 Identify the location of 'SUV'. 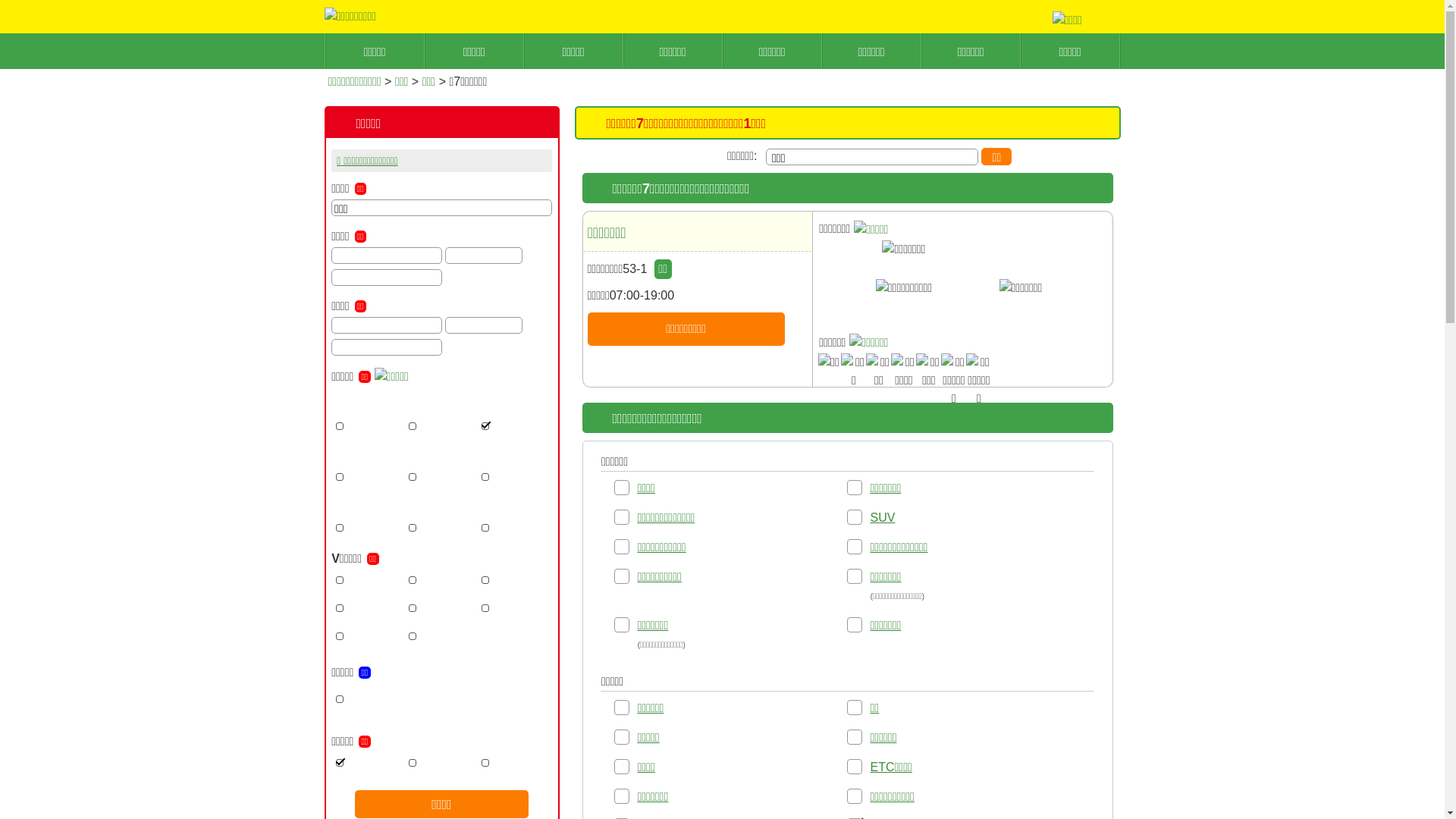
(882, 516).